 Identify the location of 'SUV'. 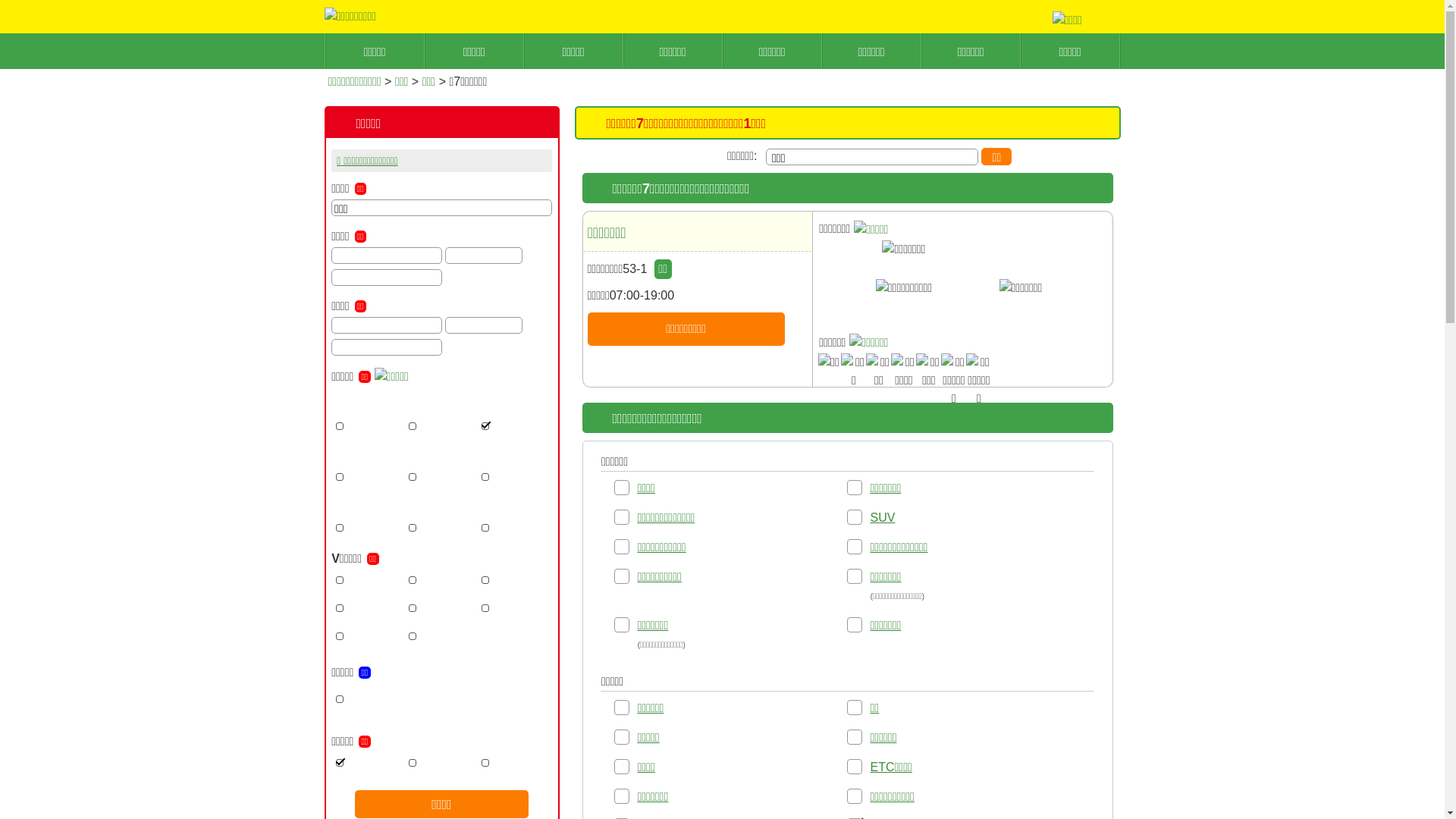
(882, 516).